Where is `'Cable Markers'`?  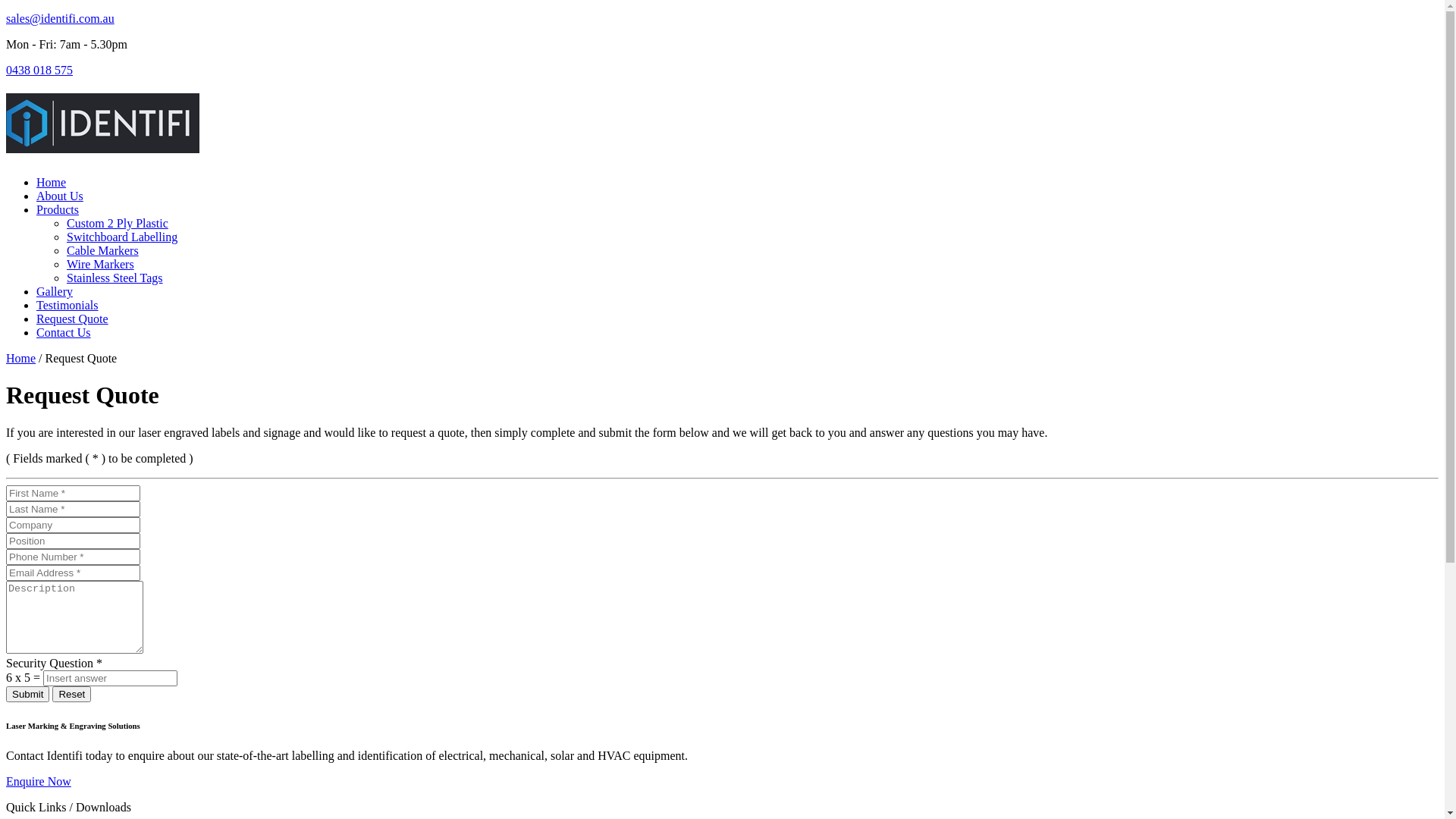 'Cable Markers' is located at coordinates (65, 249).